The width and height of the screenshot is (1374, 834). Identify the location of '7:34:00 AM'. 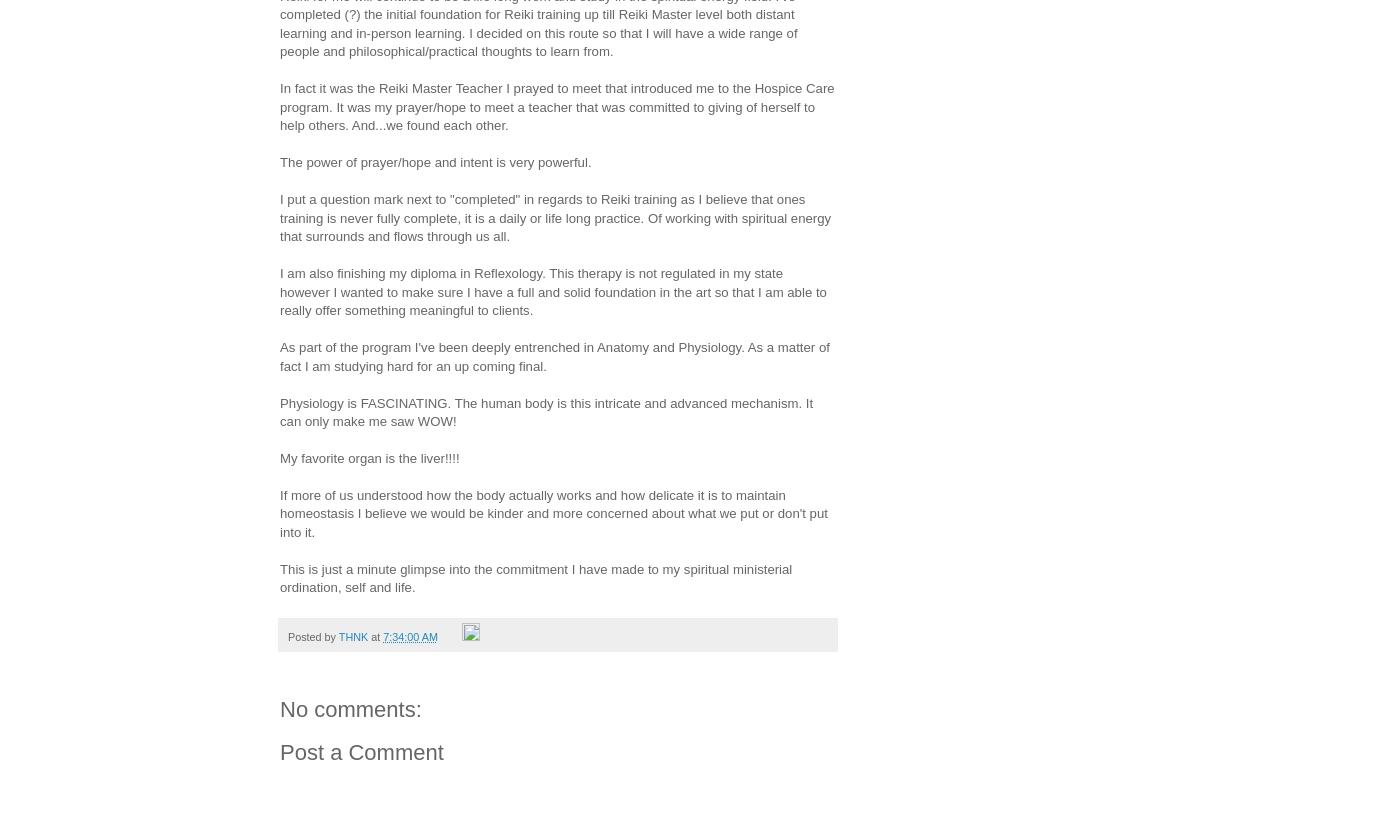
(410, 635).